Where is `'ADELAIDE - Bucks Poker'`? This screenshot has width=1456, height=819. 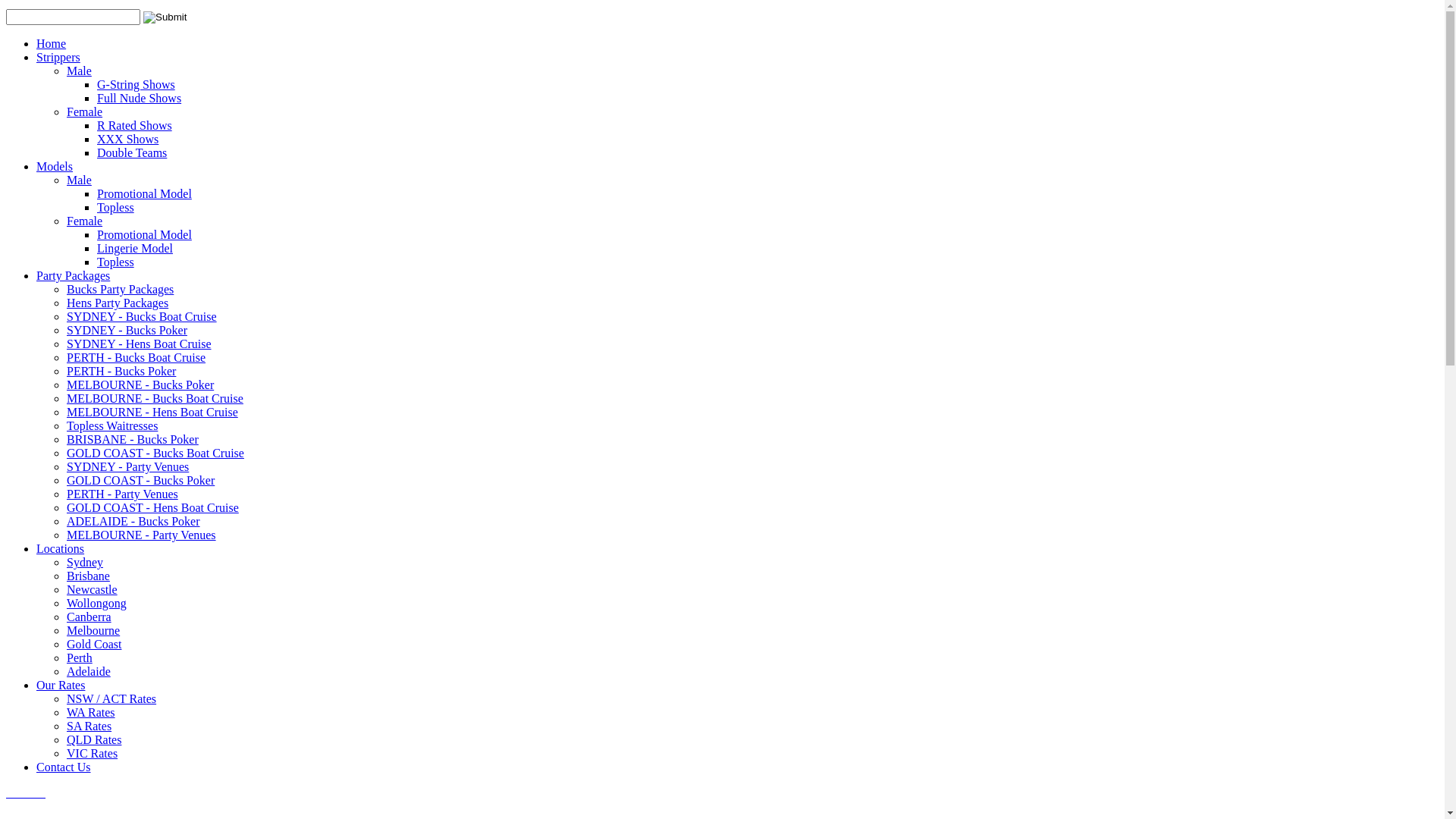 'ADELAIDE - Bucks Poker' is located at coordinates (65, 520).